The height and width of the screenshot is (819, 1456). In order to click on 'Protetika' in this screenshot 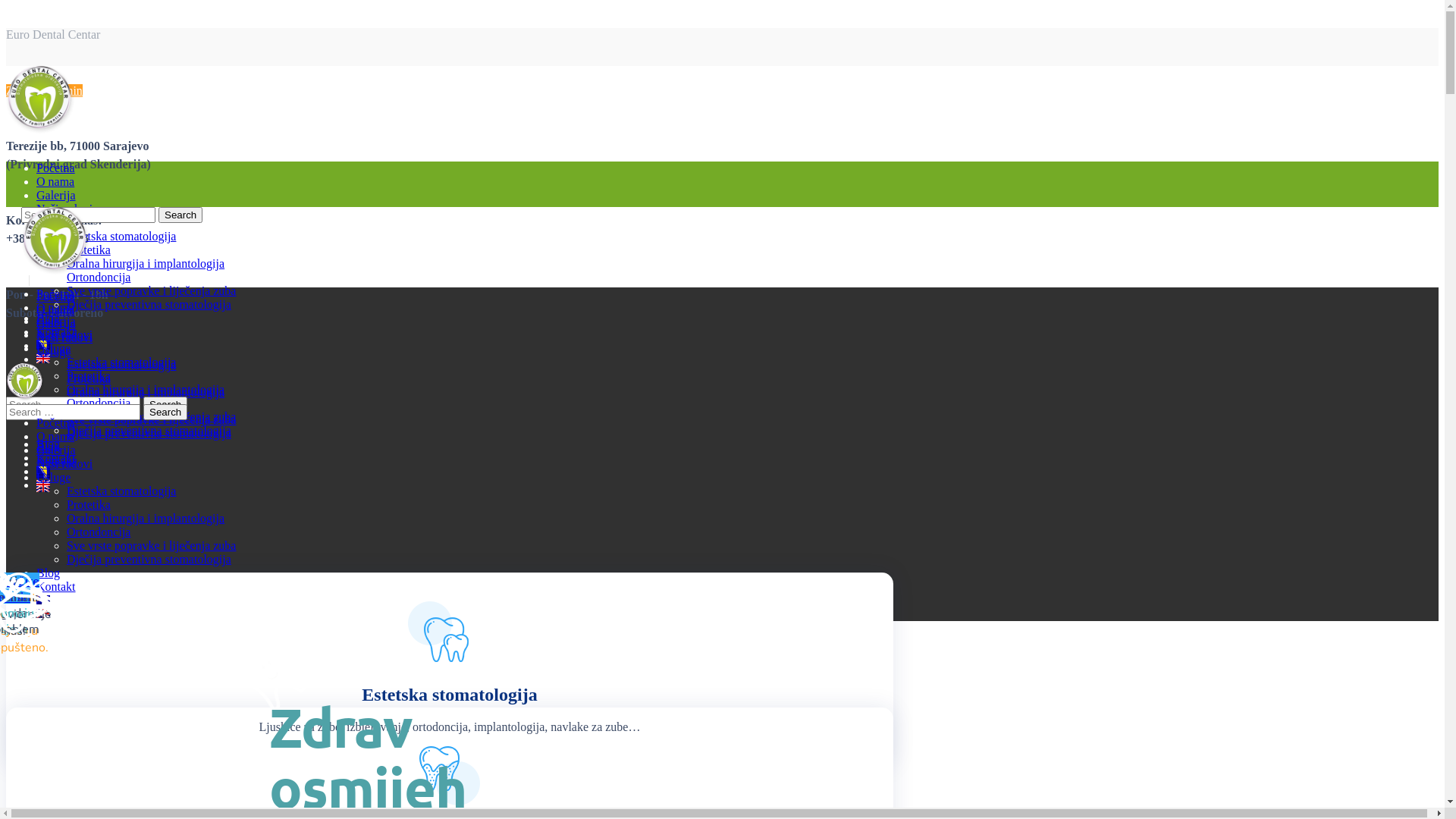, I will do `click(87, 378)`.